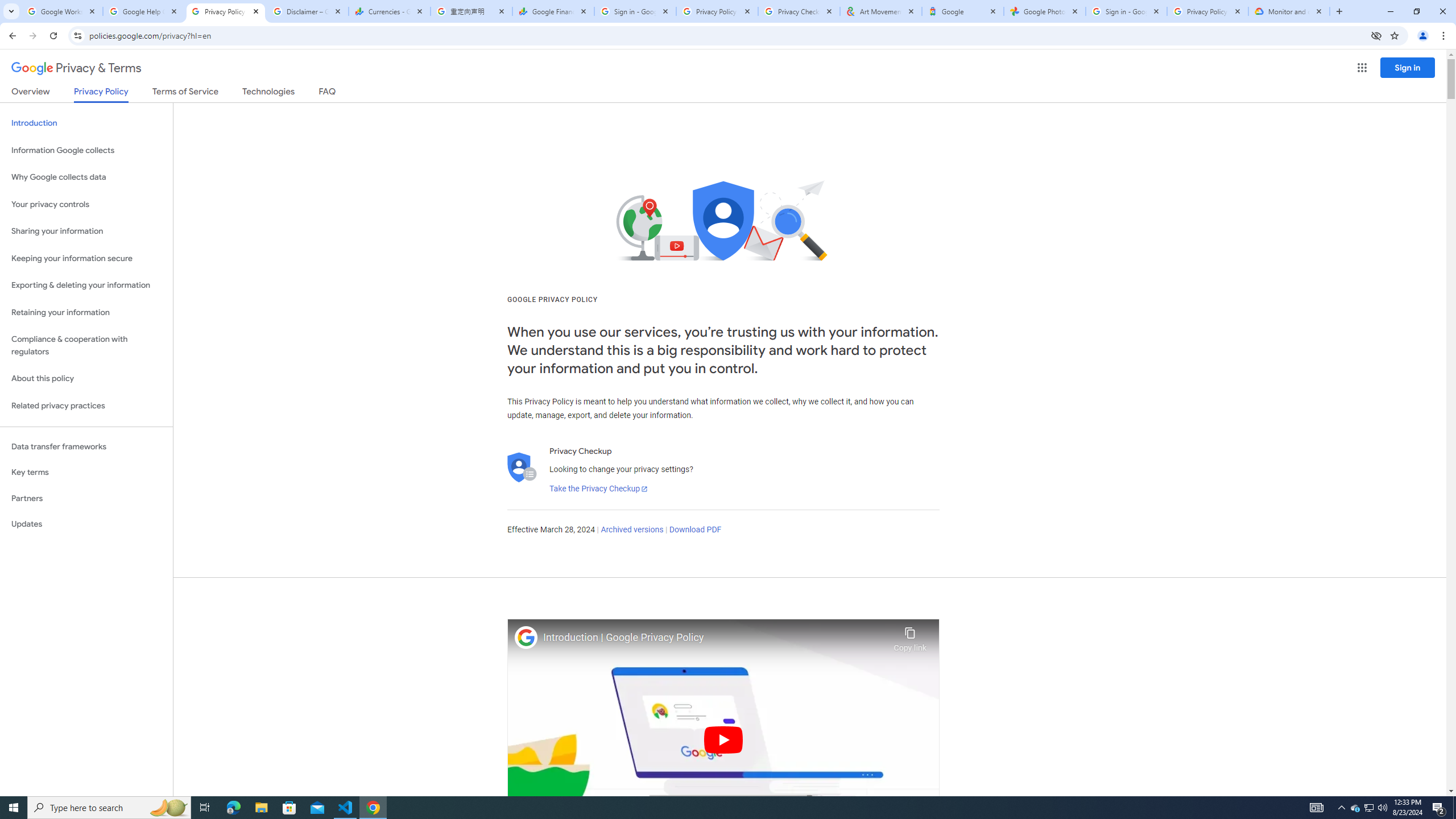 The height and width of the screenshot is (819, 1456). I want to click on 'About this policy', so click(86, 379).